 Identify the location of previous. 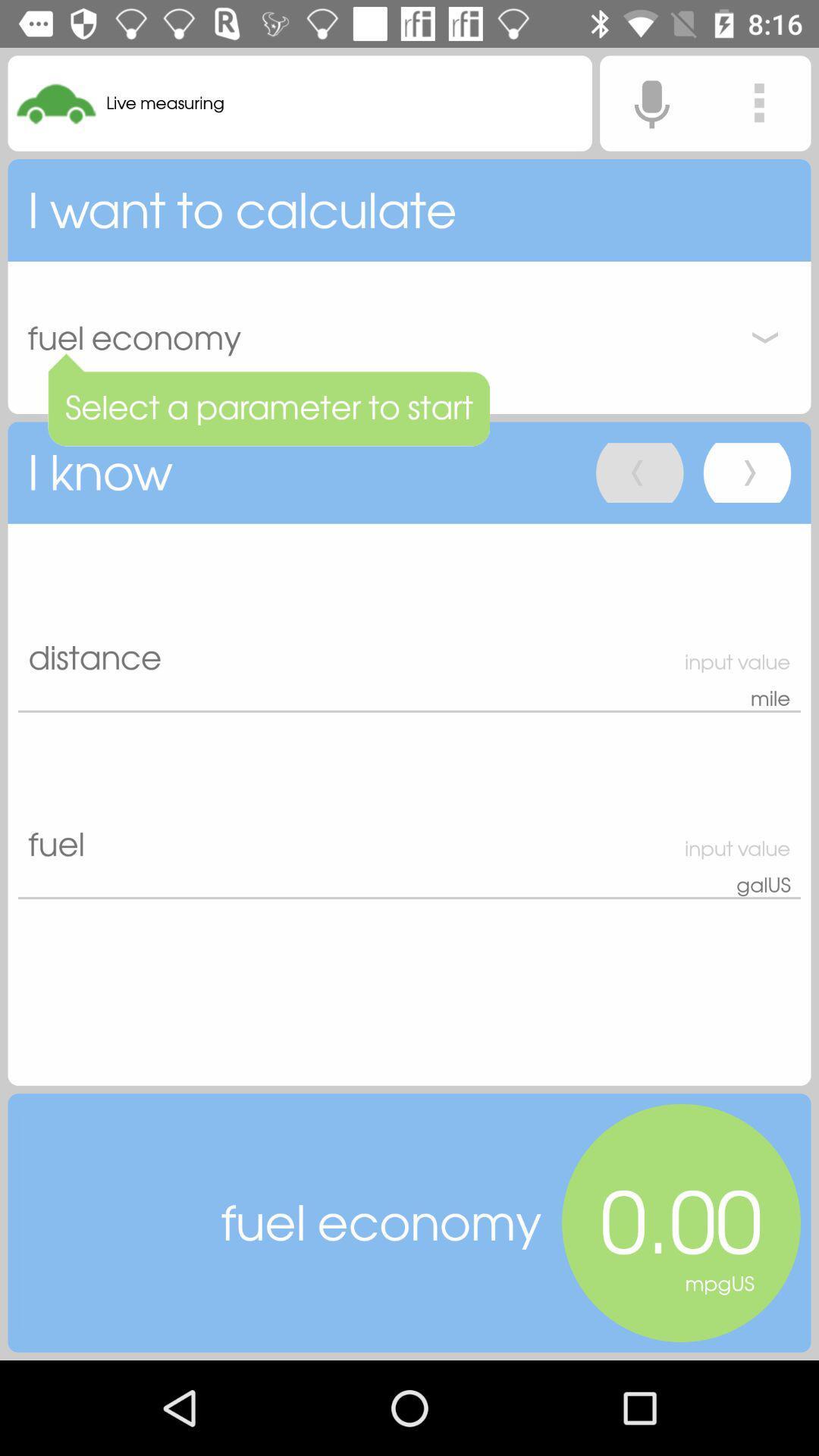
(639, 472).